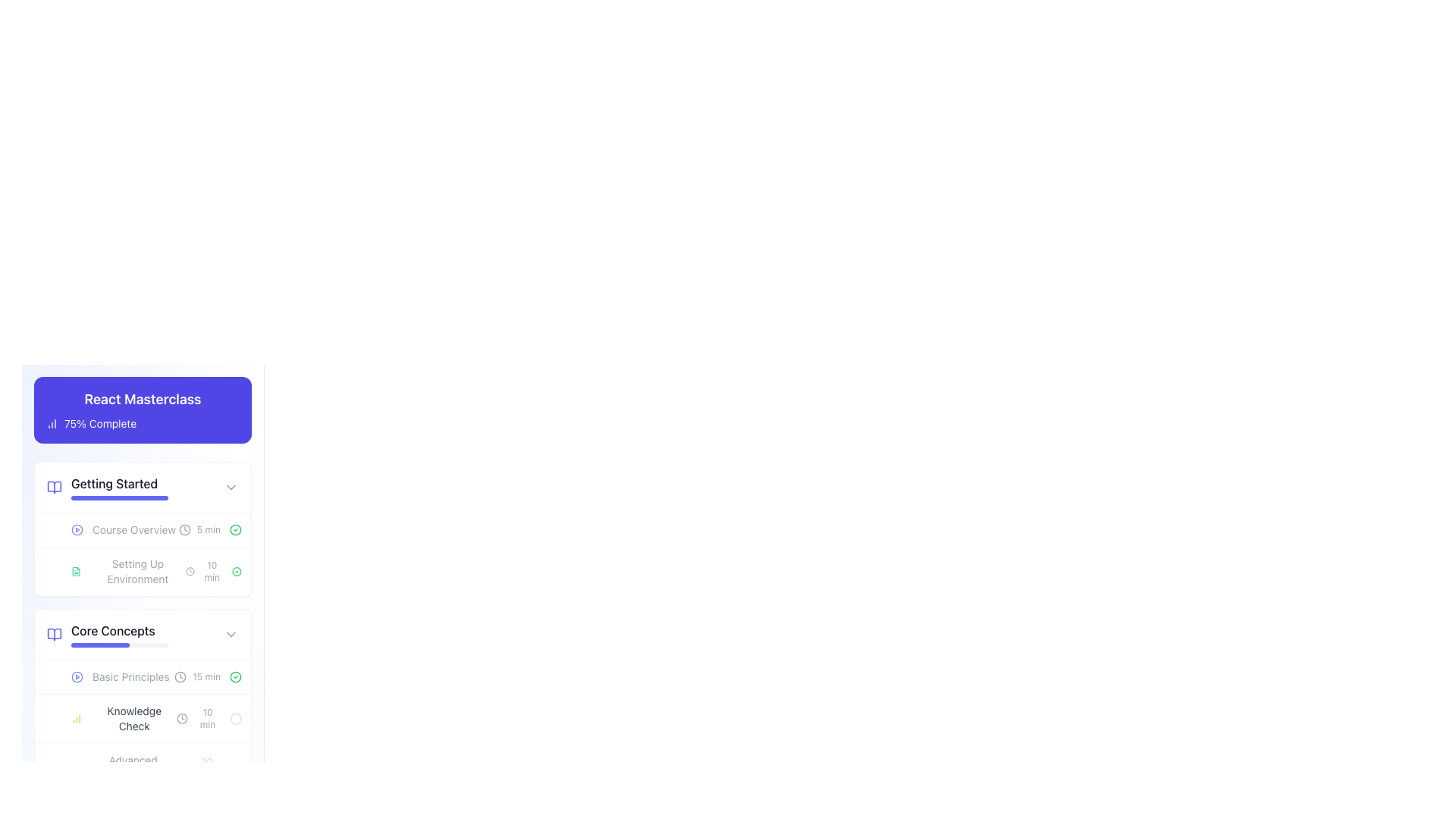  I want to click on the indigo book icon next to the text 'Core Concepts', so click(107, 635).